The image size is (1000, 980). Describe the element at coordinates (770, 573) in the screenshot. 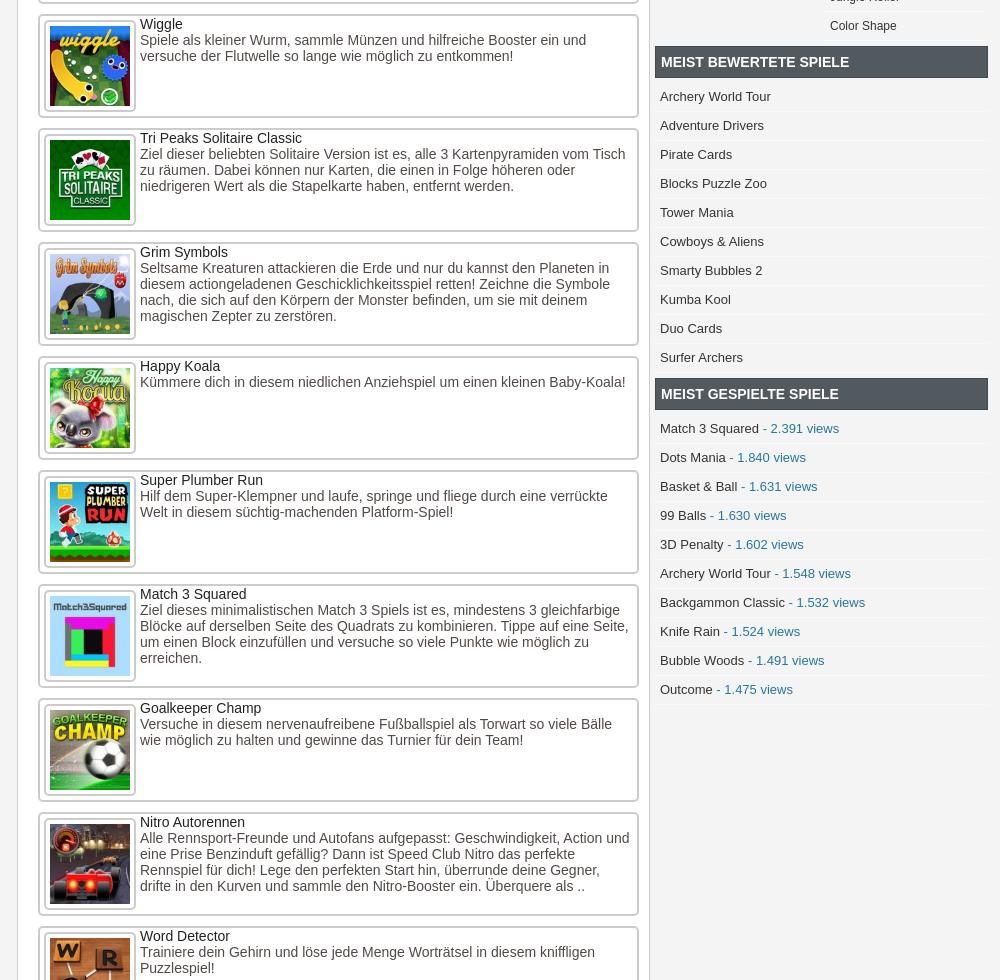

I see `'- 1.548 views'` at that location.